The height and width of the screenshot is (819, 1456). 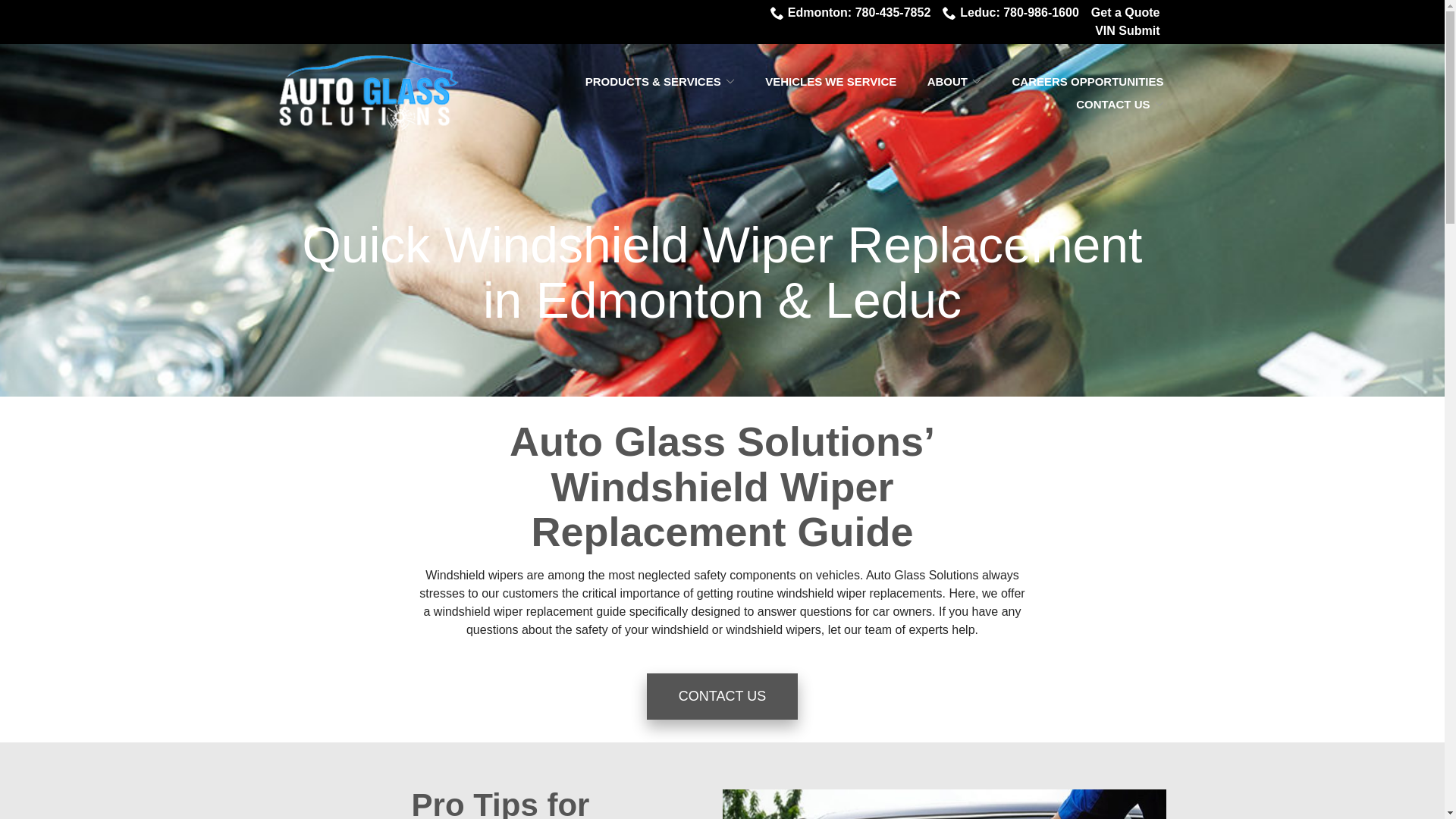 What do you see at coordinates (1011, 12) in the screenshot?
I see `'Leduc: 780-986-1600'` at bounding box center [1011, 12].